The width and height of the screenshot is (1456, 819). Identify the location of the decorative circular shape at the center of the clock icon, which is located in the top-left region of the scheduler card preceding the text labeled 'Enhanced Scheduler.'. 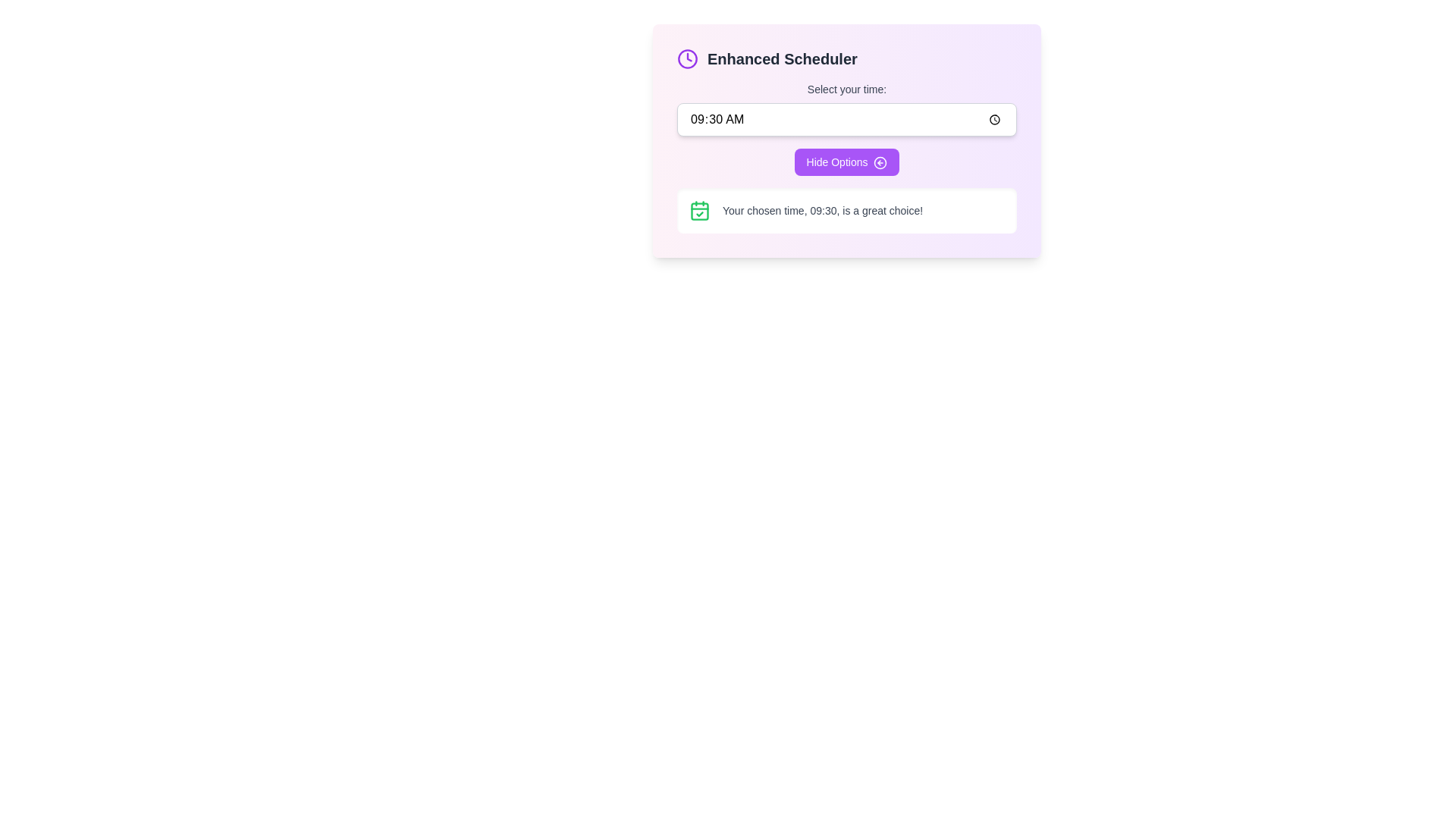
(687, 58).